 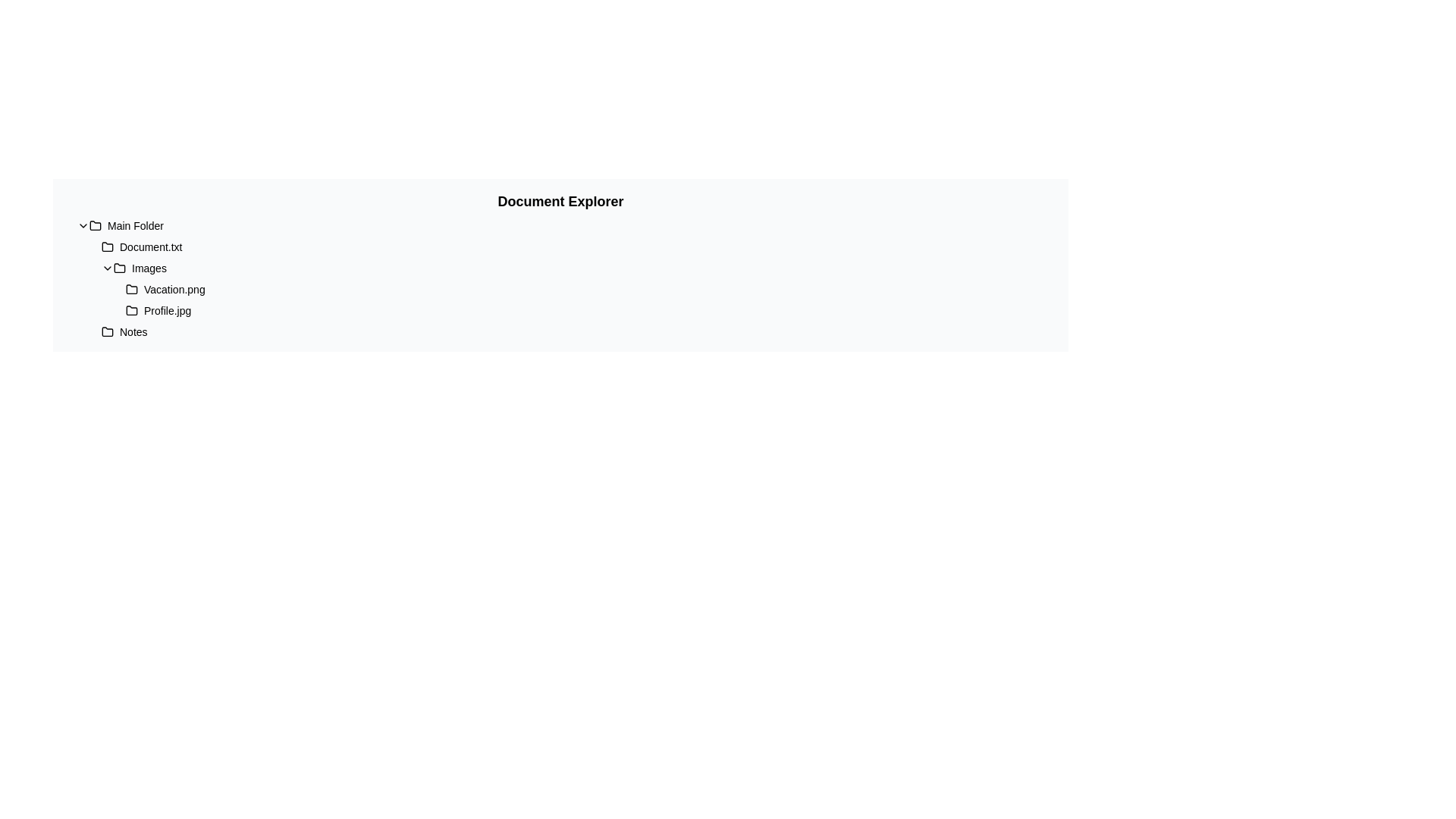 What do you see at coordinates (107, 246) in the screenshot?
I see `the folder icon represented by an SVG graphic, which is positioned immediately to the left of the text 'Document.txt'` at bounding box center [107, 246].